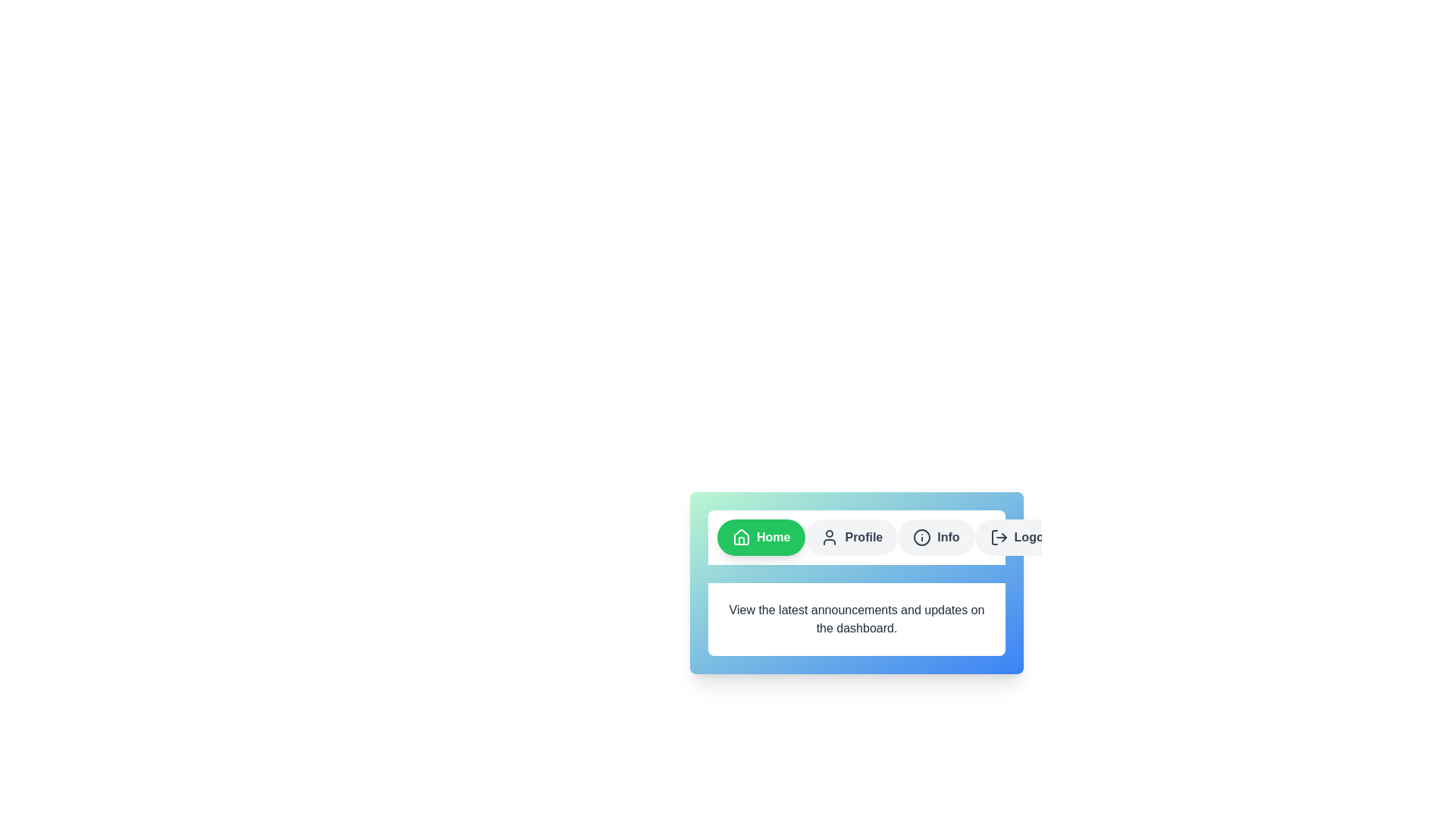 The image size is (1456, 819). Describe the element at coordinates (856, 620) in the screenshot. I see `the informational text block that announces updates or announcements related to the dashboard, located below the navigation bar` at that location.